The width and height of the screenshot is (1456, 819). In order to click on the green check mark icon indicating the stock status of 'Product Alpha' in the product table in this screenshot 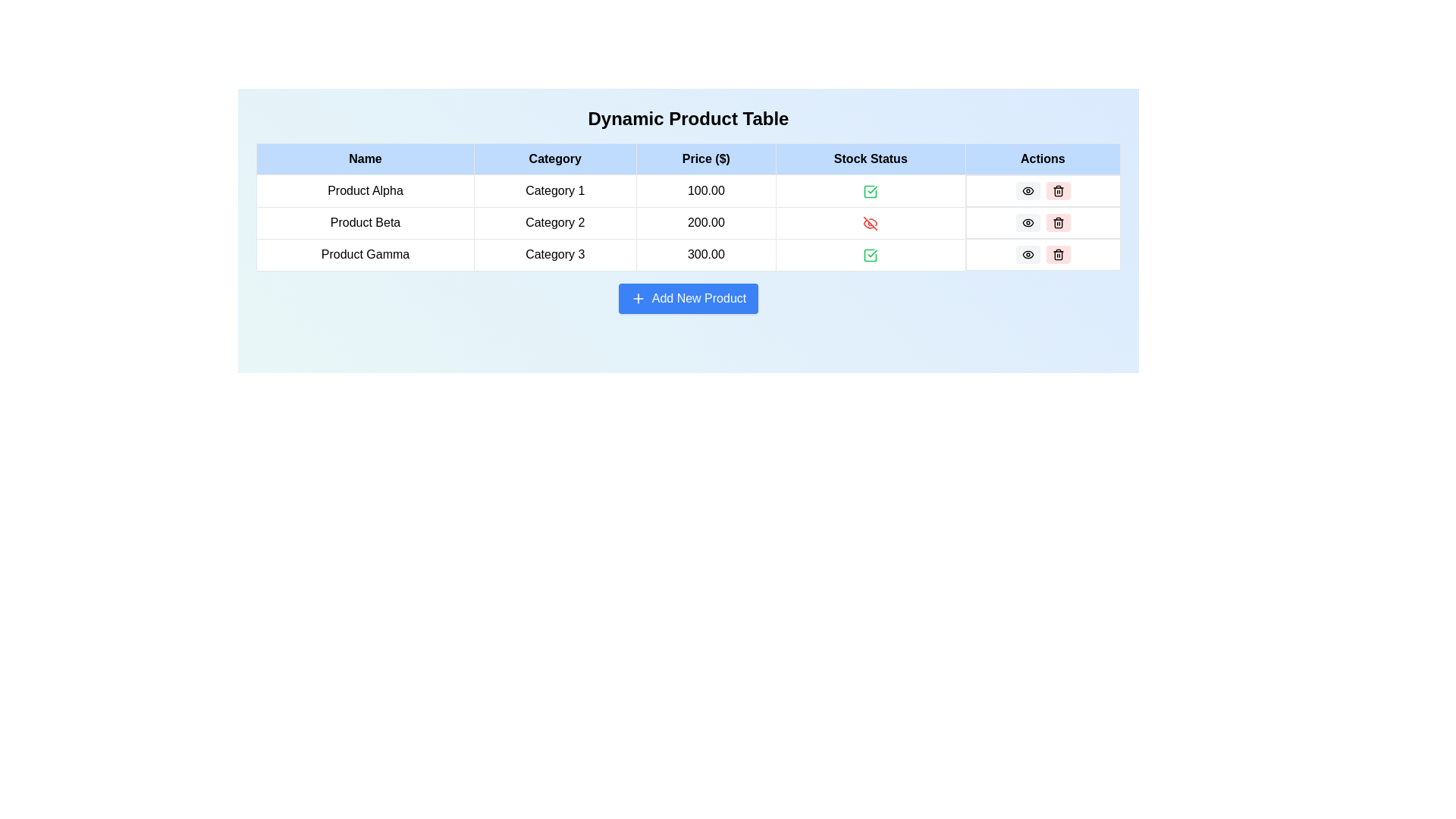, I will do `click(871, 190)`.